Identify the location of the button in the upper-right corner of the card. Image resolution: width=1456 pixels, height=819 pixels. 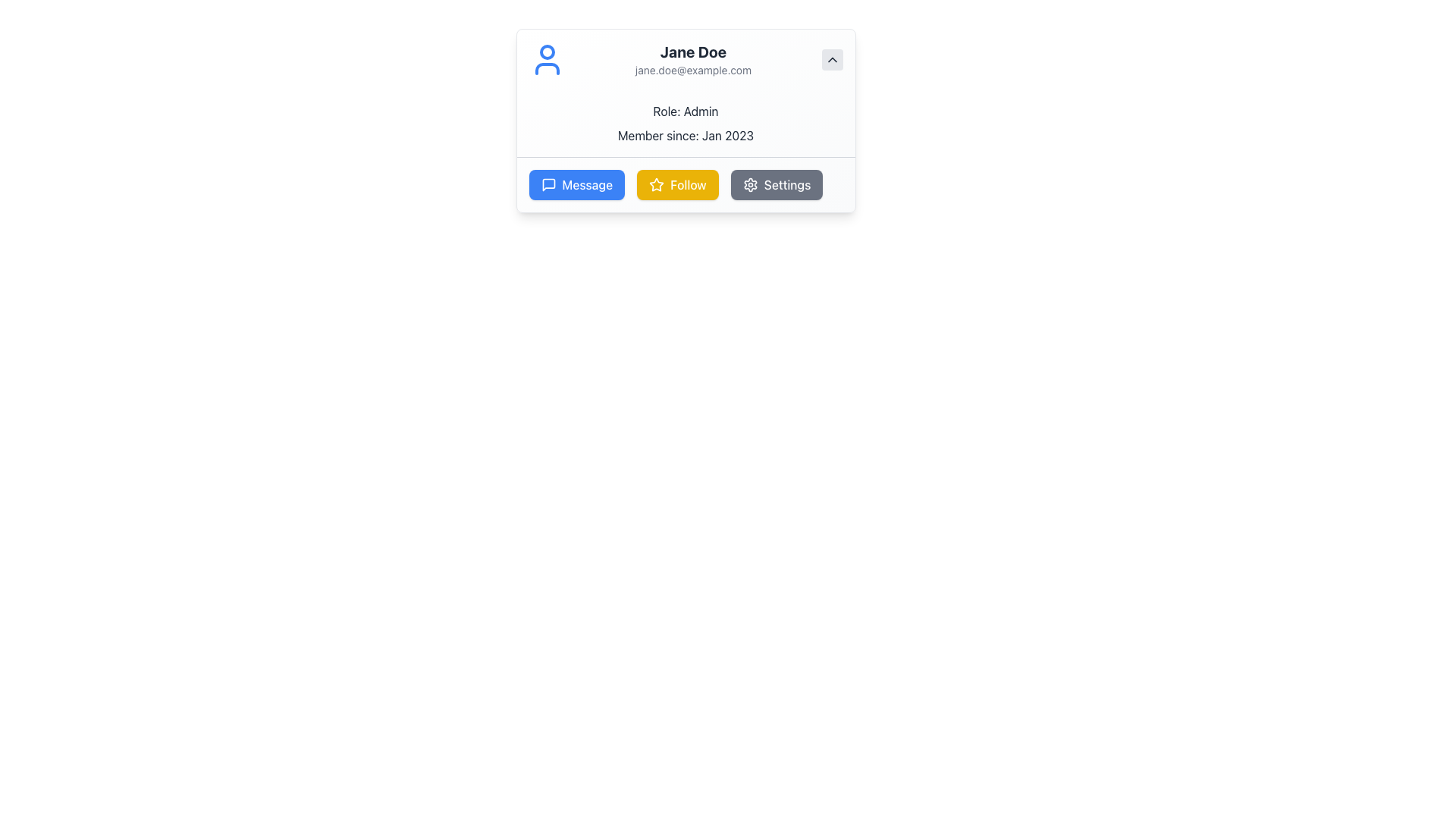
(831, 58).